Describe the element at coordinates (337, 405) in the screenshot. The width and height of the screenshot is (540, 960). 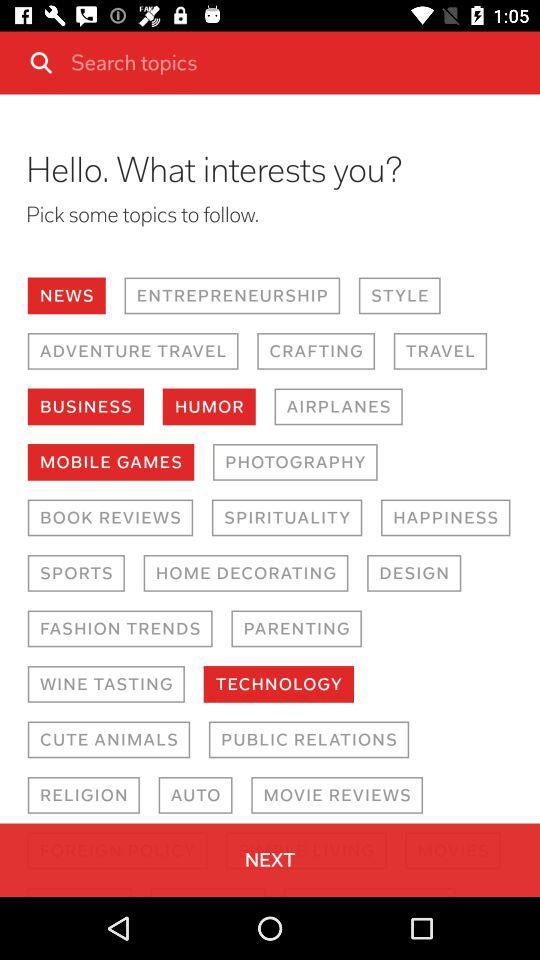
I see `item to the right of the humor icon` at that location.